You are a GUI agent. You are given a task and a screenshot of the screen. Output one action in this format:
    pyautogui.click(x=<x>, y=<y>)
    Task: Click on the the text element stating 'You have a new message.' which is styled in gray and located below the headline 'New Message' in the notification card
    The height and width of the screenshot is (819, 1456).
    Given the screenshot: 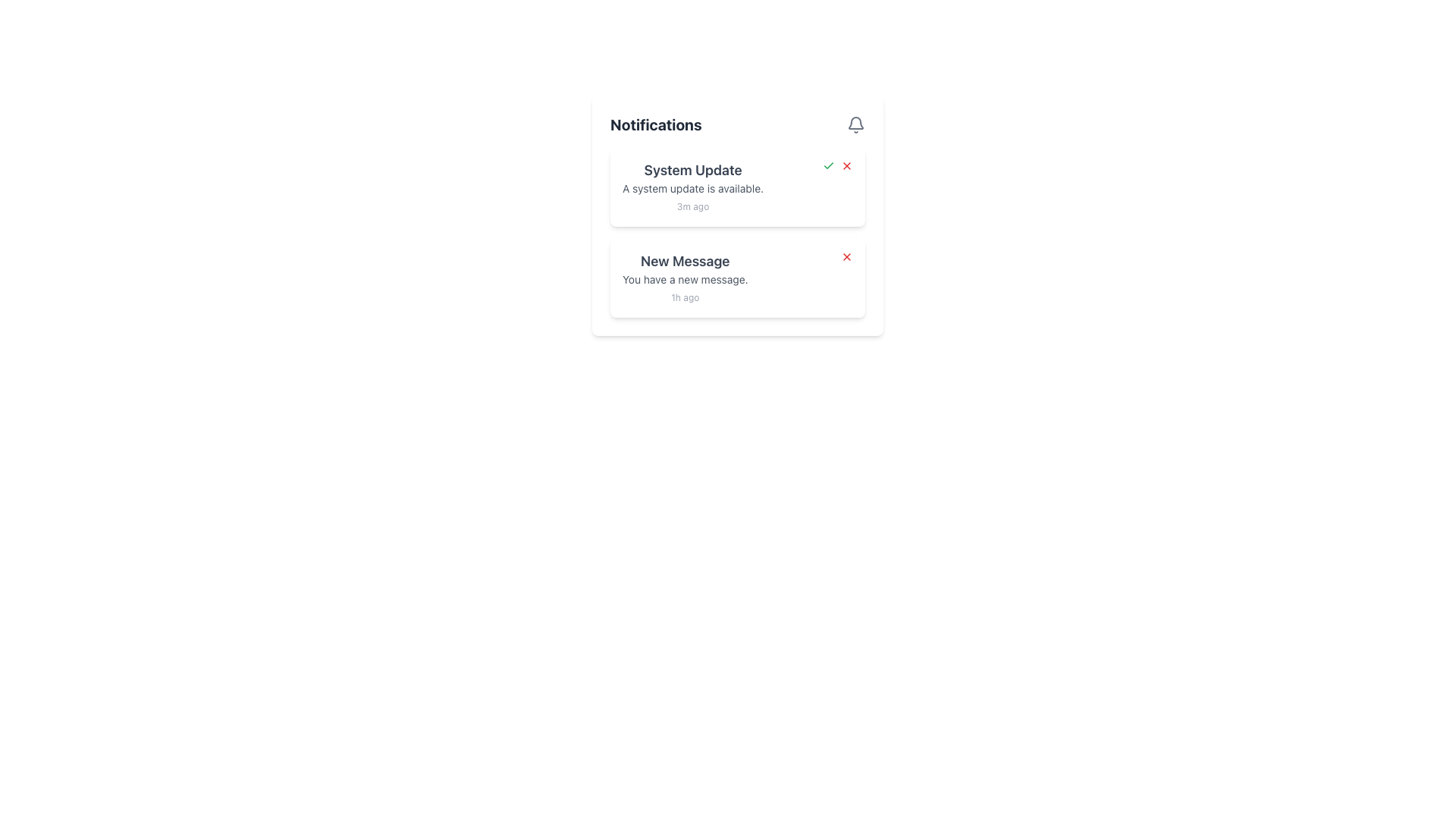 What is the action you would take?
    pyautogui.click(x=684, y=280)
    